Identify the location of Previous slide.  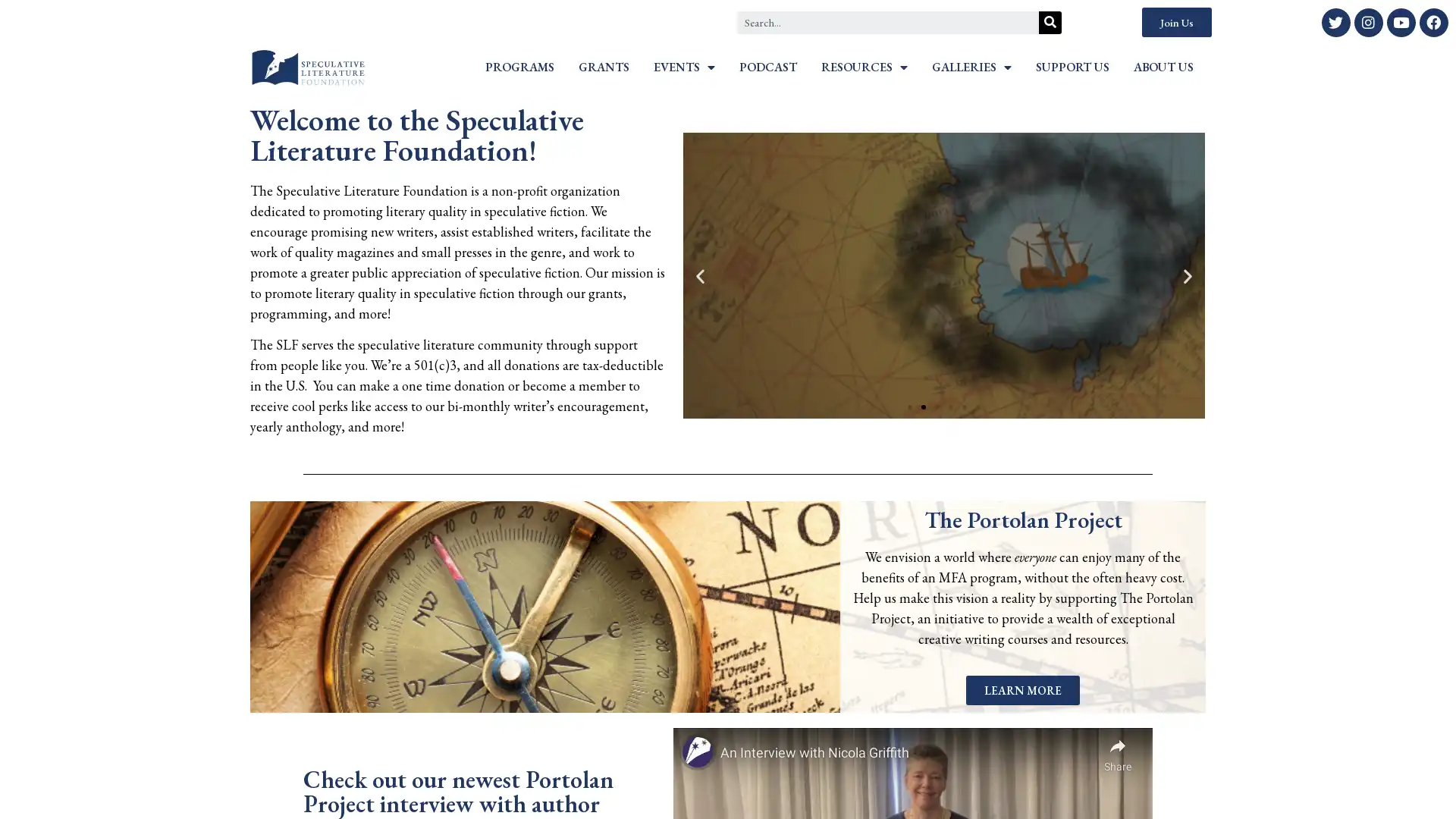
(698, 275).